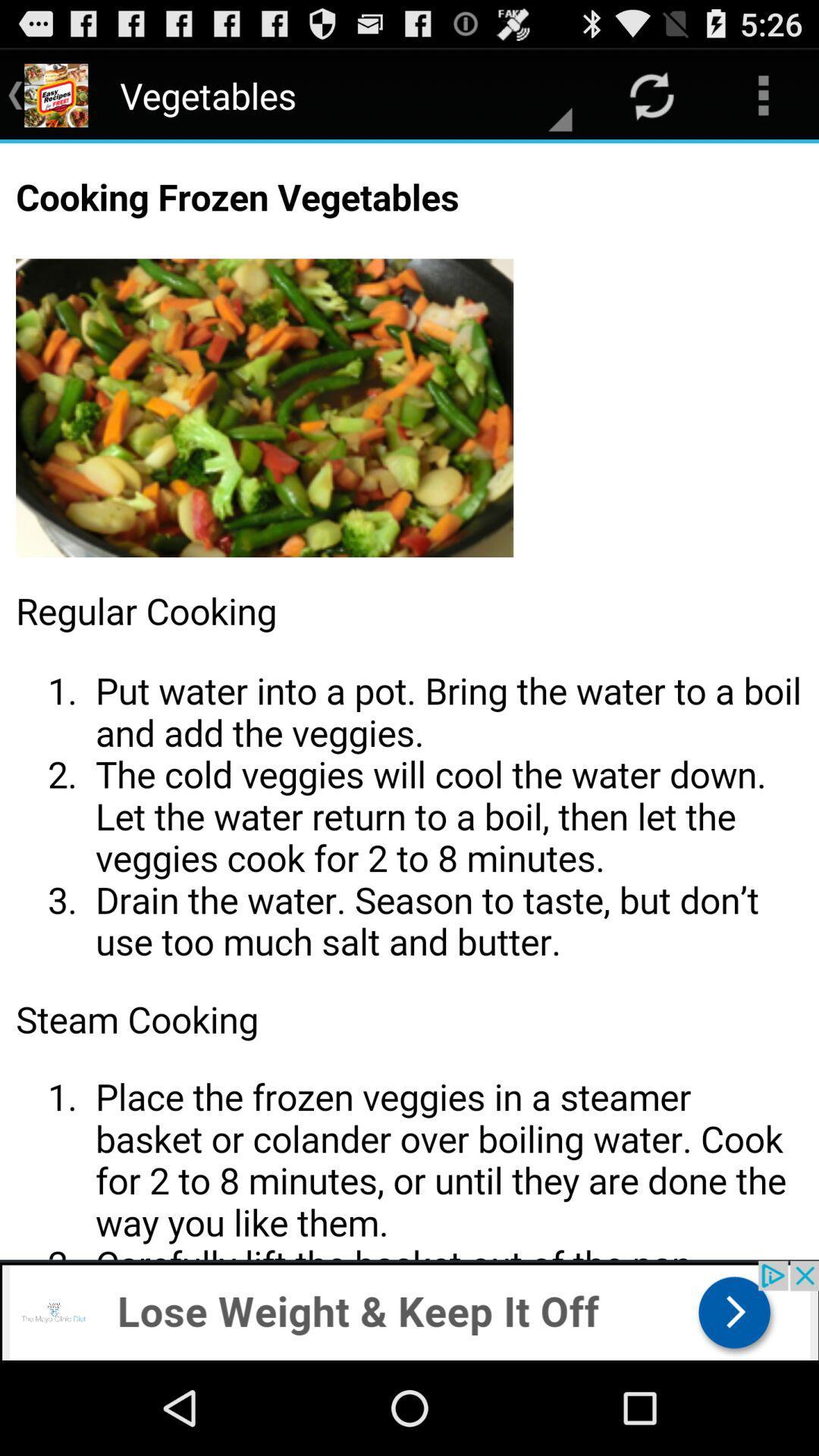 This screenshot has width=819, height=1456. What do you see at coordinates (409, 1310) in the screenshot?
I see `advertisement` at bounding box center [409, 1310].